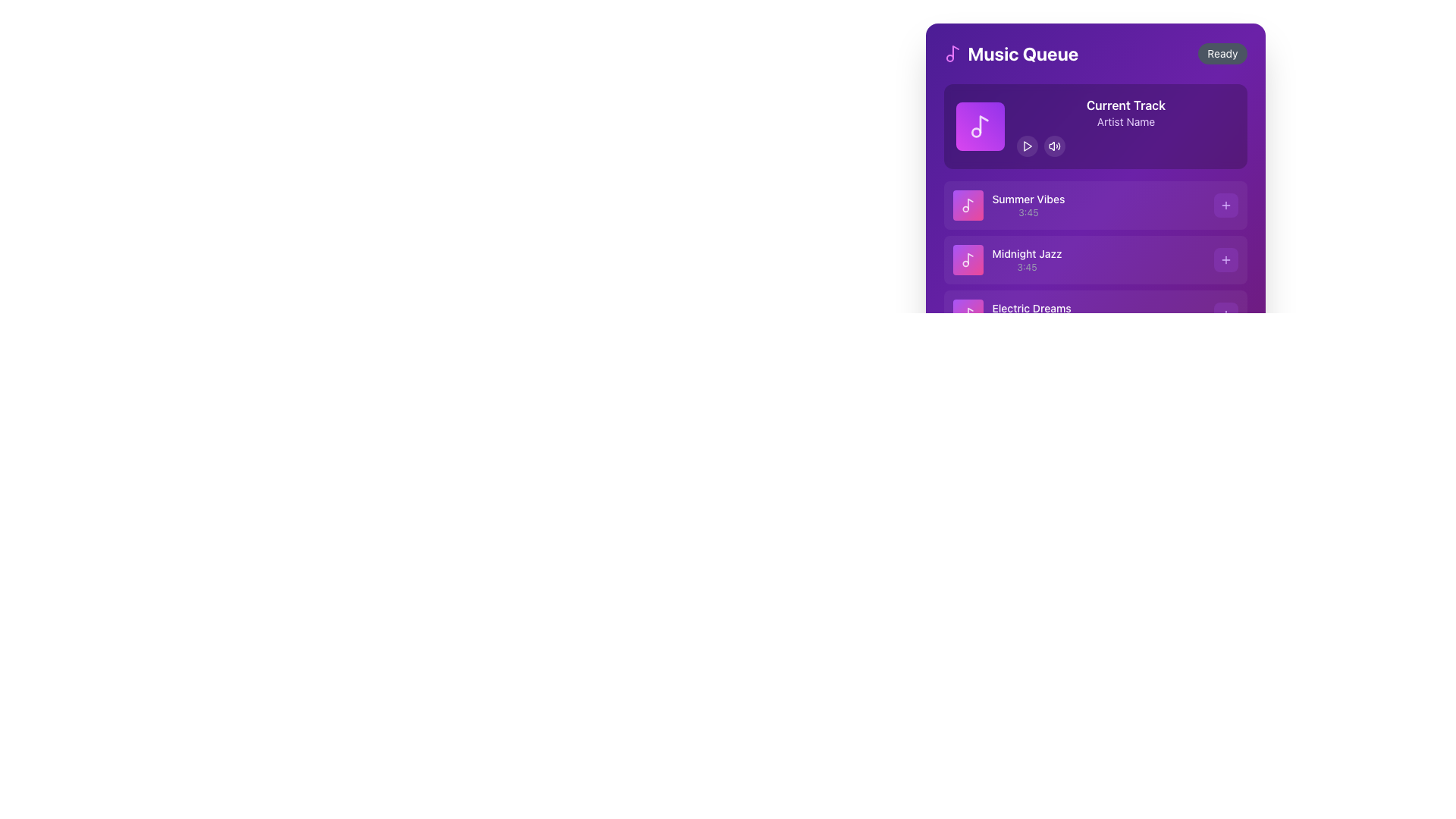 This screenshot has height=819, width=1456. What do you see at coordinates (1125, 146) in the screenshot?
I see `the play button in the 'Current Track' section` at bounding box center [1125, 146].